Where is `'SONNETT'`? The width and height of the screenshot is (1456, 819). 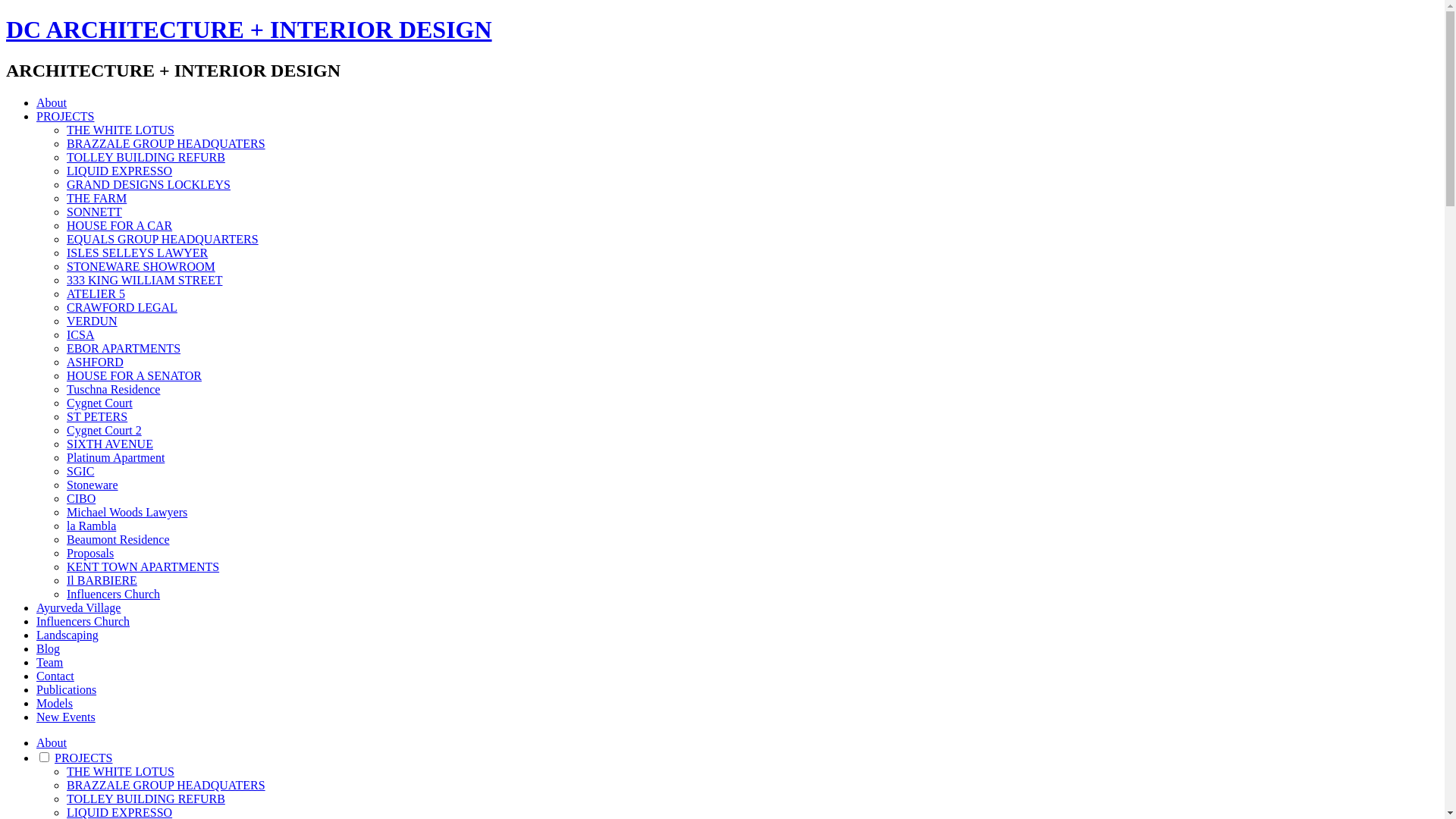
'SONNETT' is located at coordinates (65, 212).